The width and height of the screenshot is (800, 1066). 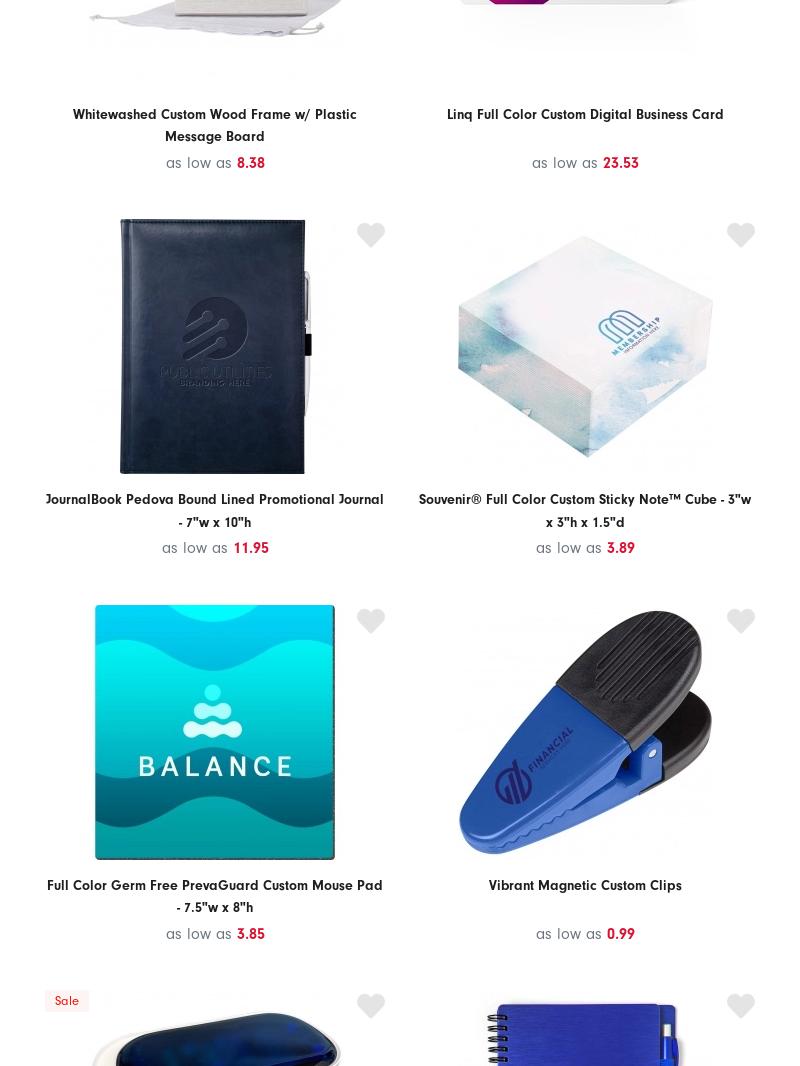 I want to click on 'Whitewashed Custom Wood Frame w/ Plastic Message Board', so click(x=214, y=124).